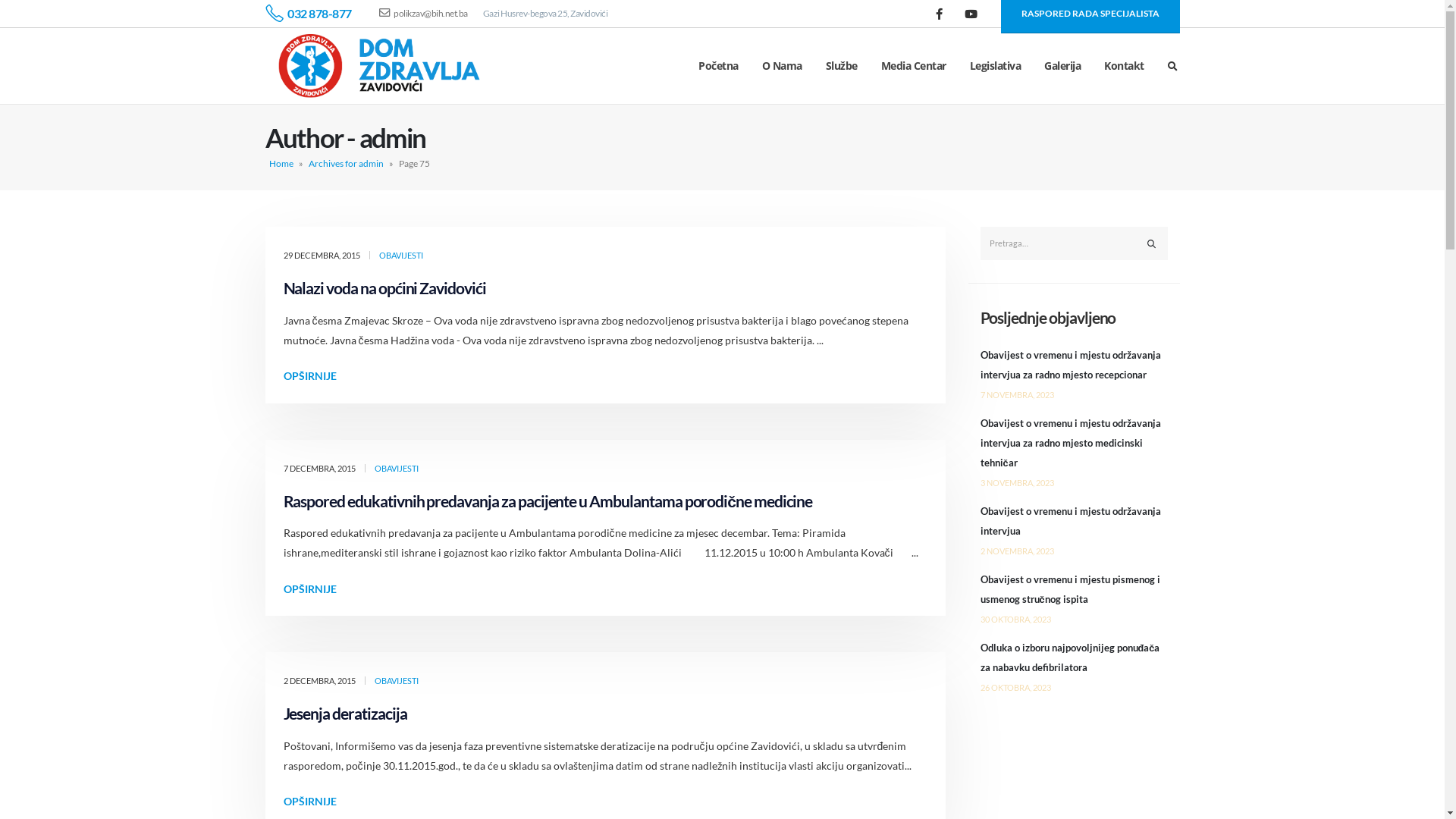 This screenshot has height=819, width=1456. I want to click on 'Legislativa', so click(957, 65).